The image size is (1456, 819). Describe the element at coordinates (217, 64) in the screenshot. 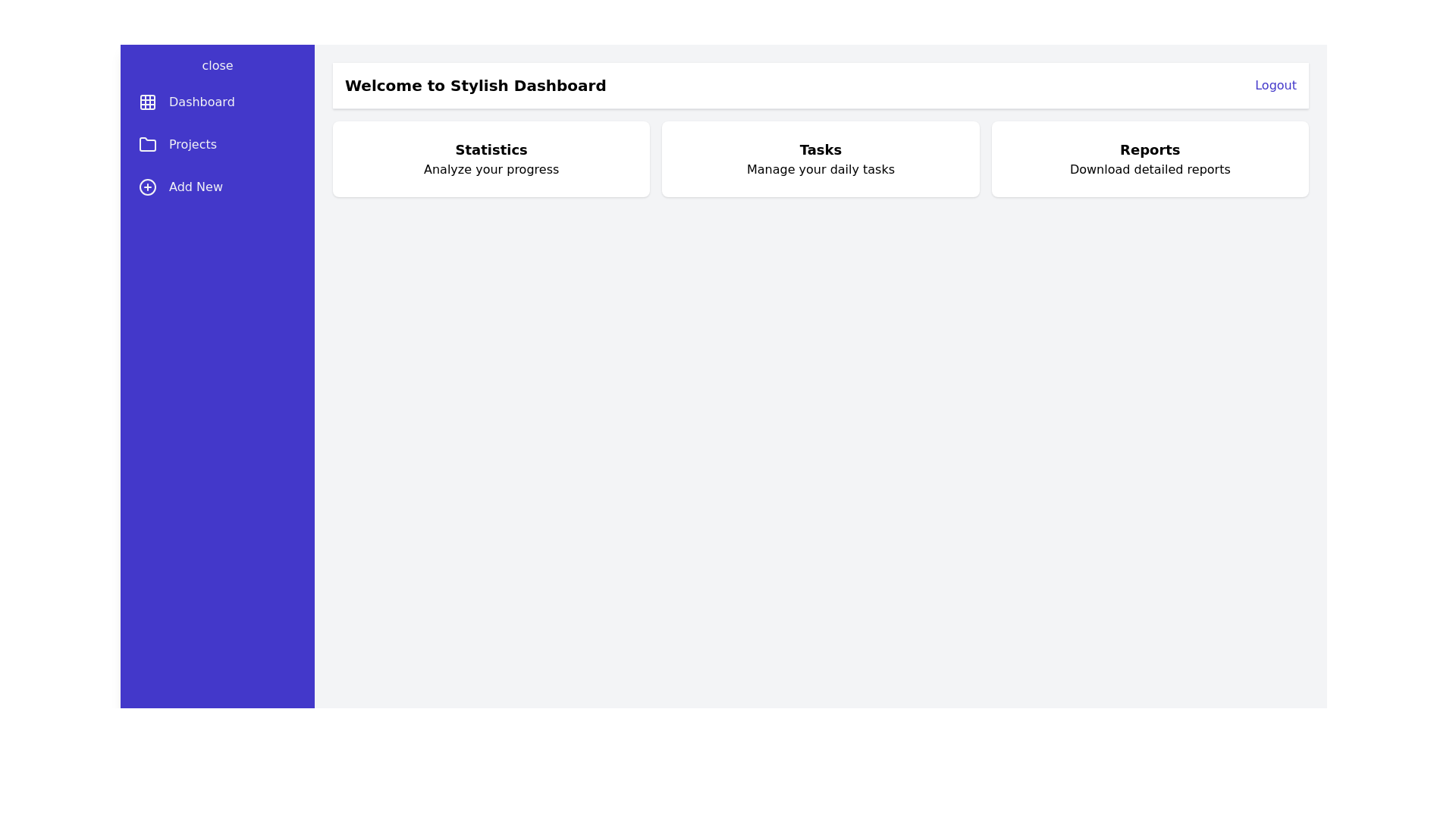

I see `the button-like clickable text element styled as an icon located in the upper-left section of the user interface` at that location.